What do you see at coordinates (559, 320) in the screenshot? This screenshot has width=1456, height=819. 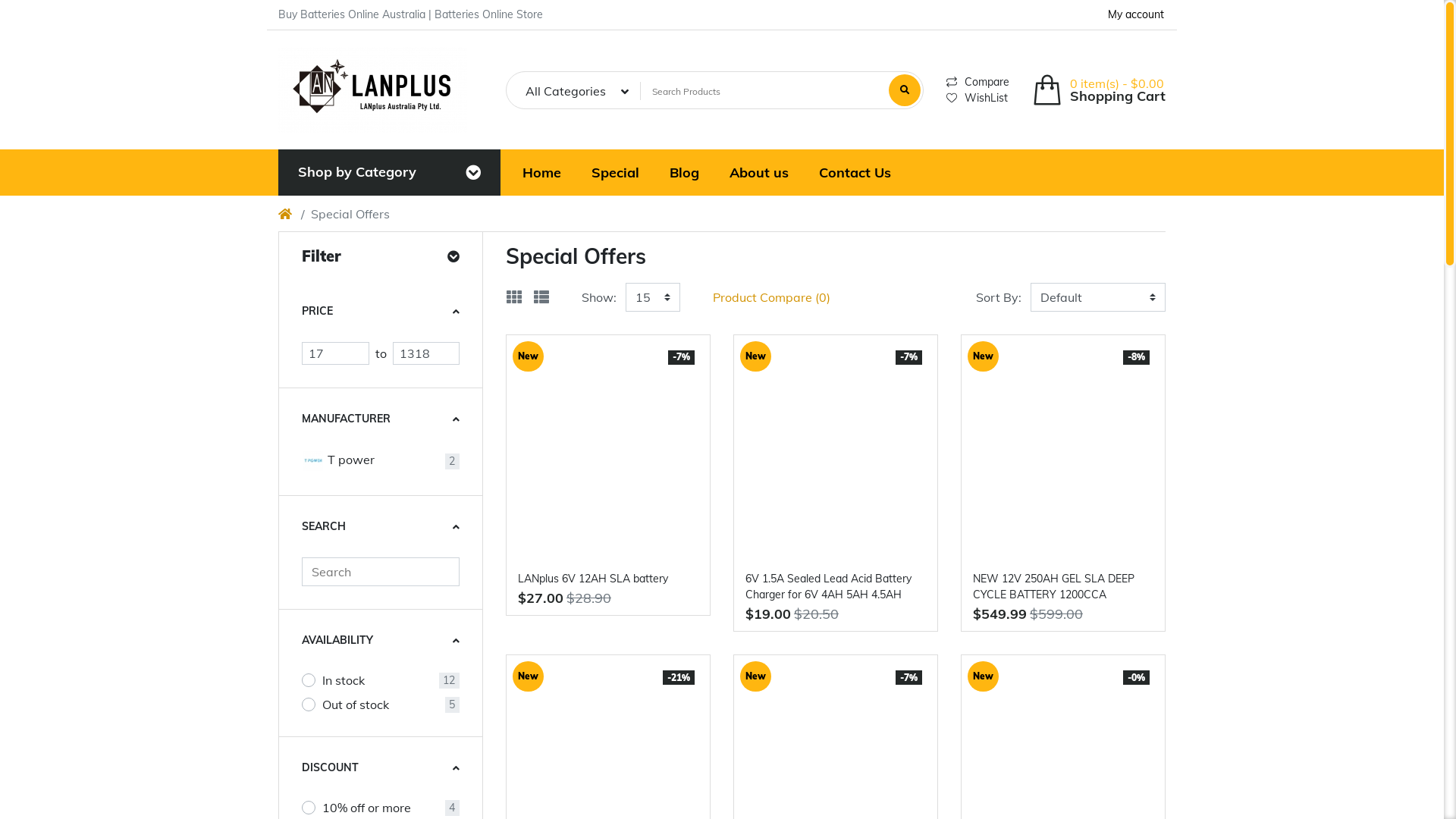 I see `'Add to Cart'` at bounding box center [559, 320].